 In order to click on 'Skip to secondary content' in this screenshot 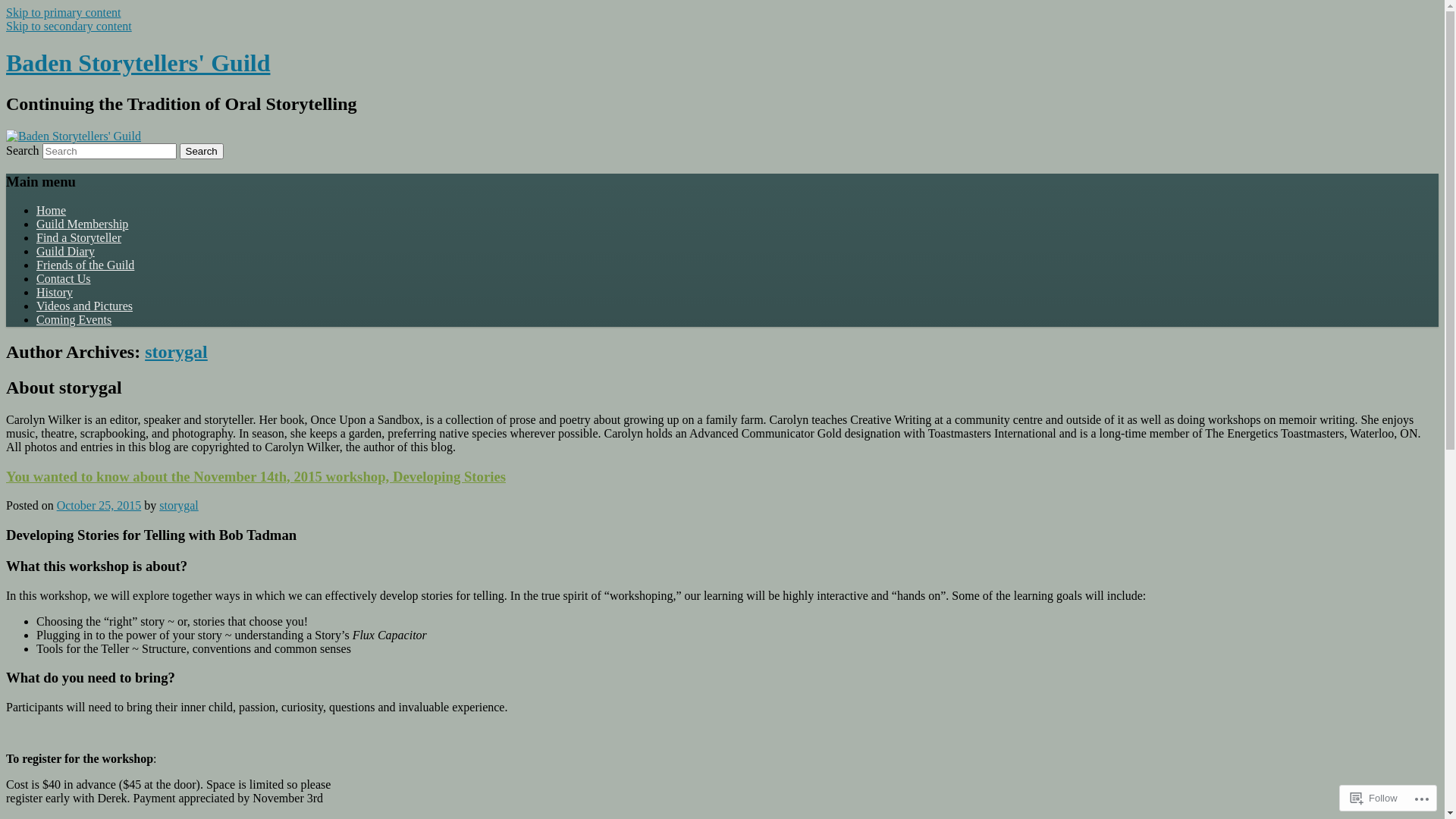, I will do `click(68, 26)`.